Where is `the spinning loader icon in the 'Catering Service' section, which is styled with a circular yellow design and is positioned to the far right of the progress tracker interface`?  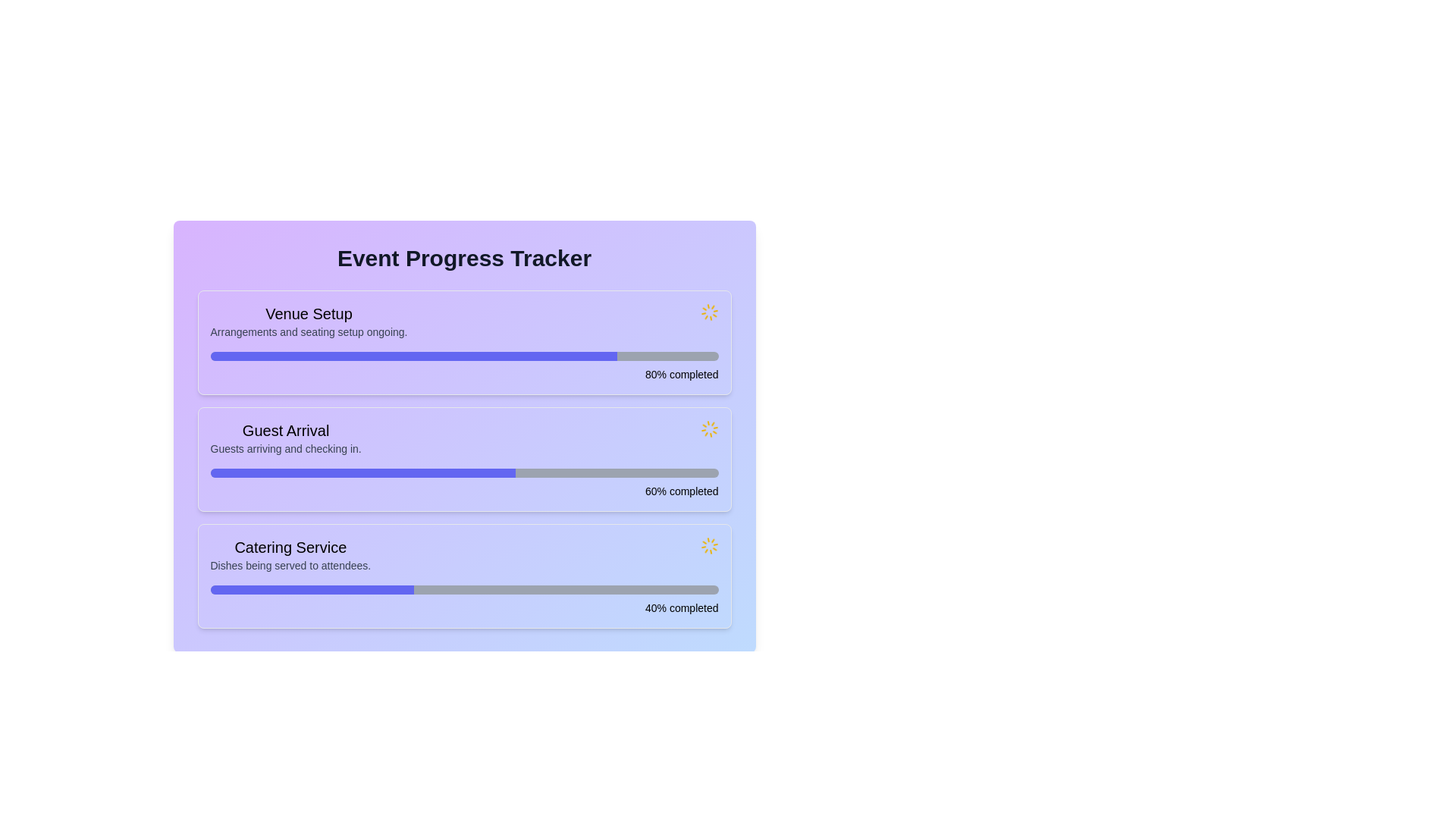 the spinning loader icon in the 'Catering Service' section, which is styled with a circular yellow design and is positioned to the far right of the progress tracker interface is located at coordinates (708, 555).